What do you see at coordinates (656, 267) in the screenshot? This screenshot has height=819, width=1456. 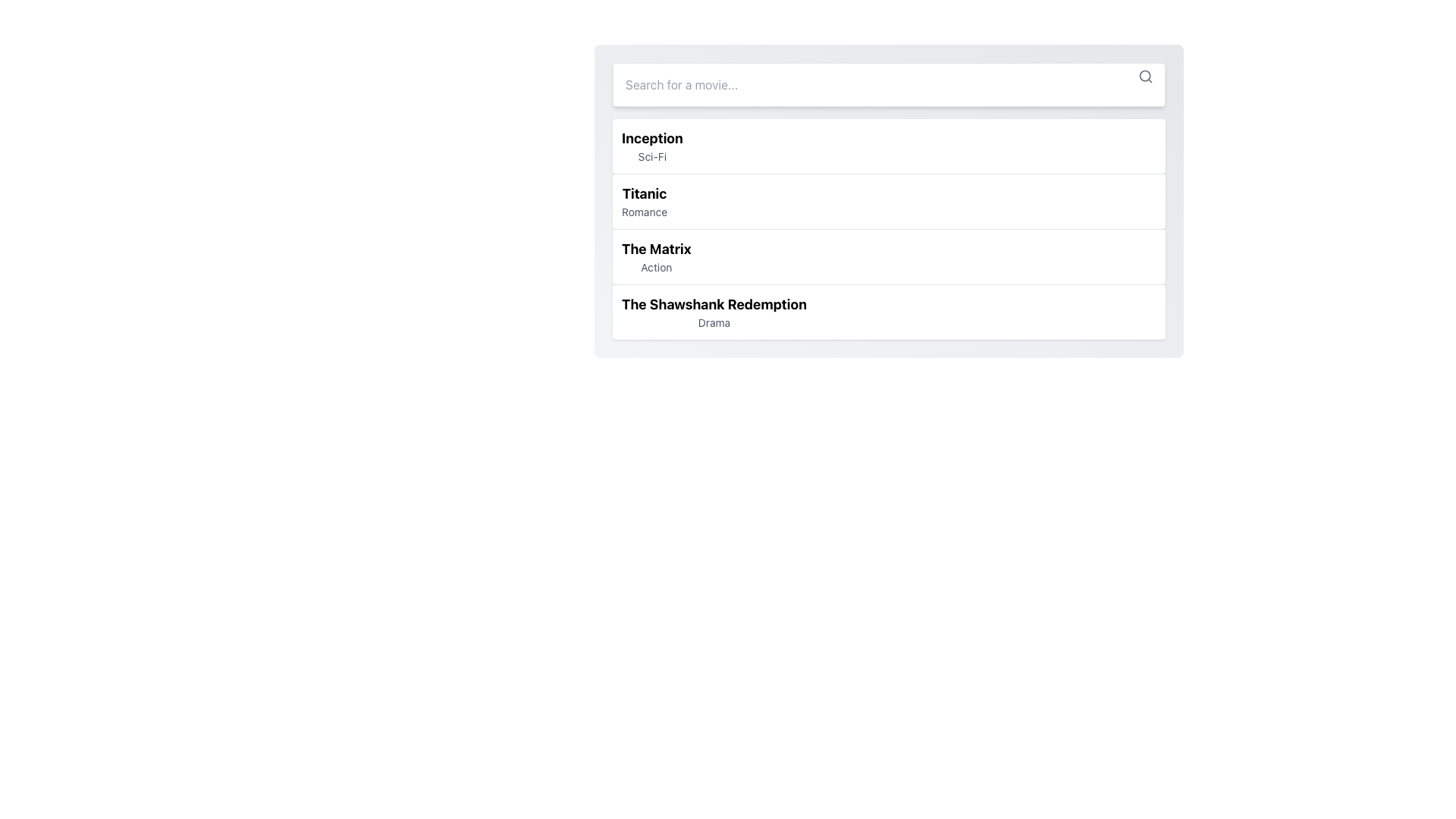 I see `the 'Action' text label, which is a small, gray-colored font element located directly below the bold text 'The Matrix' in the third movie entry` at bounding box center [656, 267].